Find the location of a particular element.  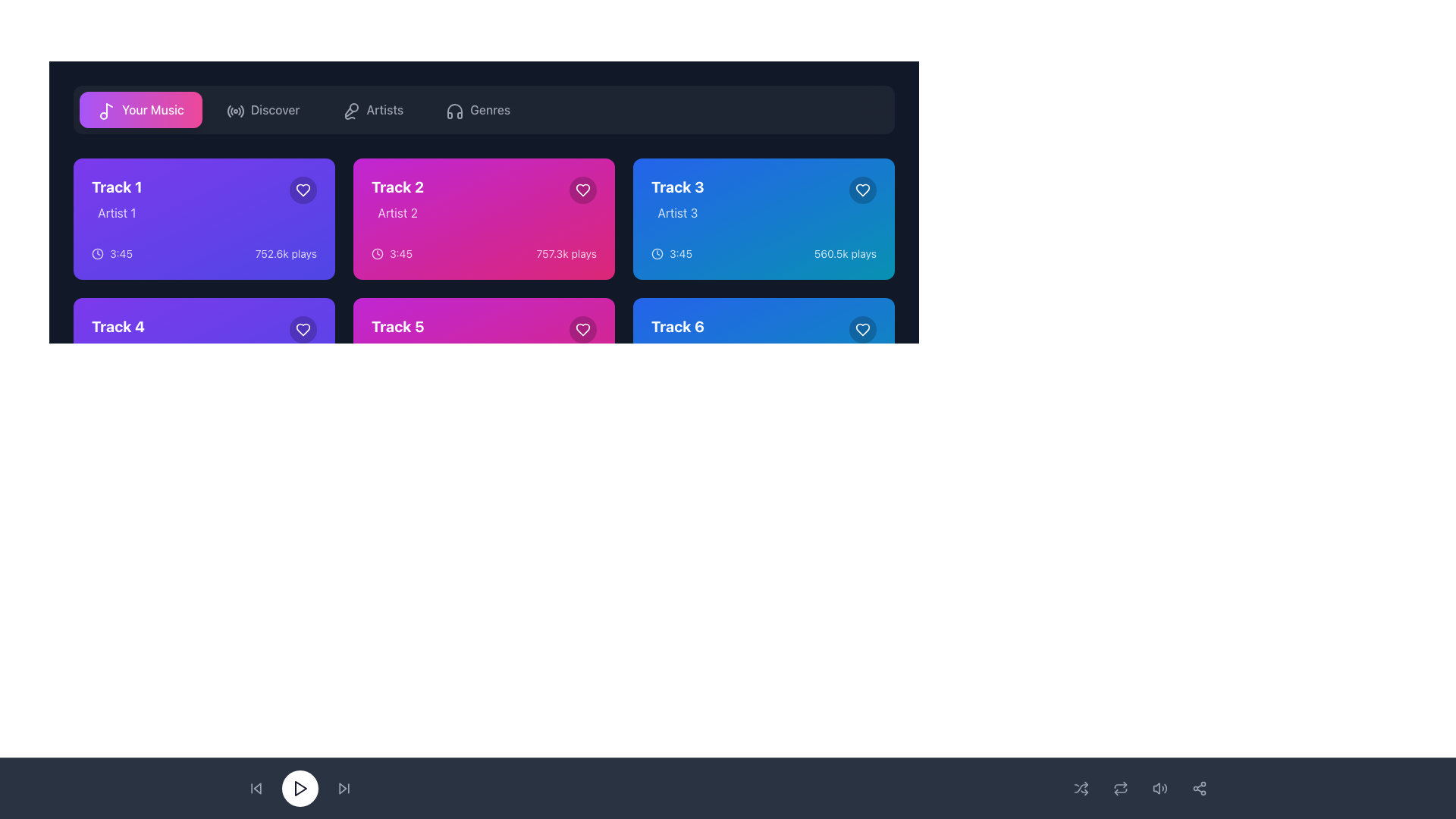

the time indicator icon associated with the track duration '3:45' located within the blue card for 'Track 3' in the second row is located at coordinates (657, 253).